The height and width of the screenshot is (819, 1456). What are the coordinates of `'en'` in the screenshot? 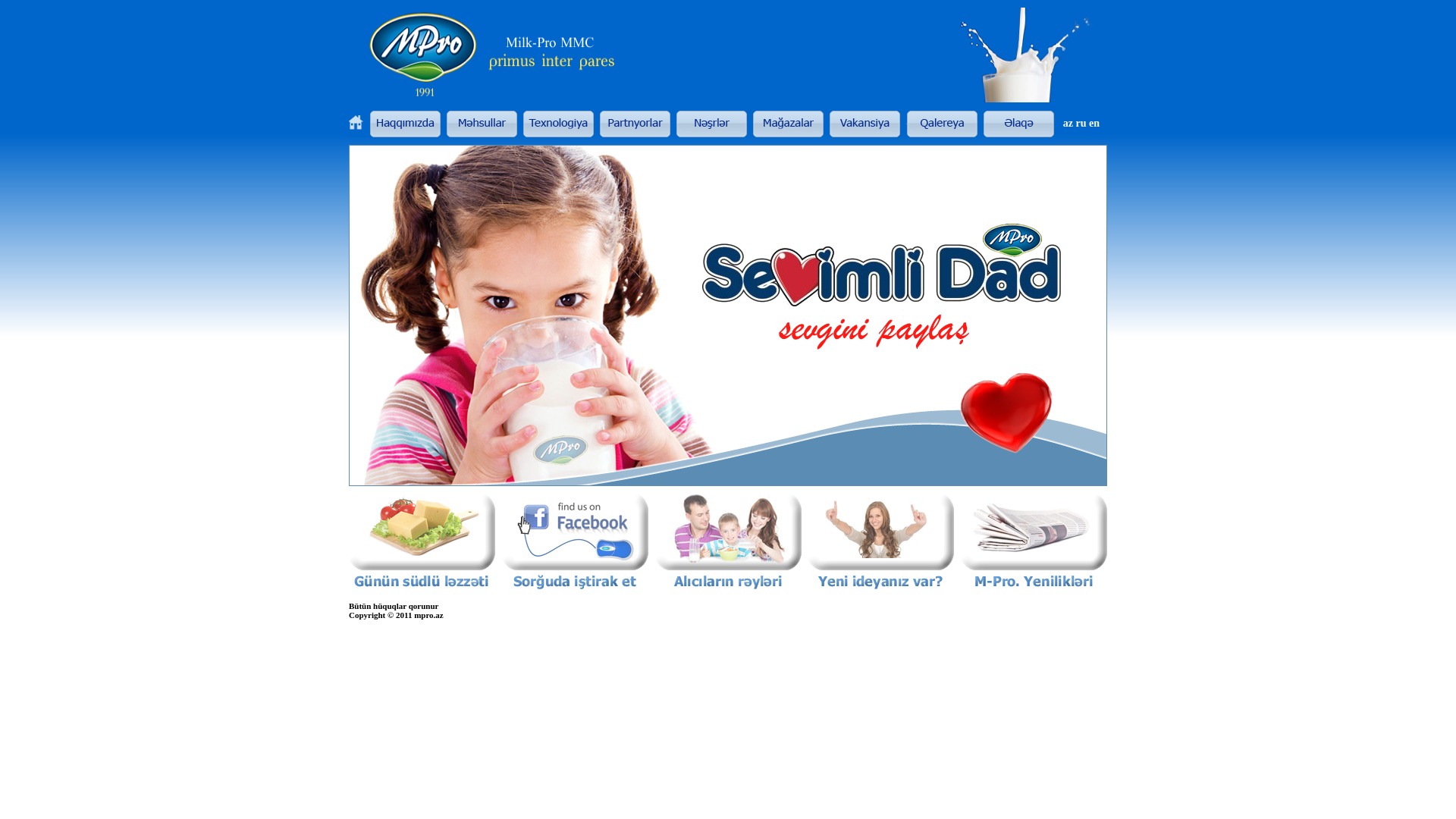 It's located at (1094, 122).